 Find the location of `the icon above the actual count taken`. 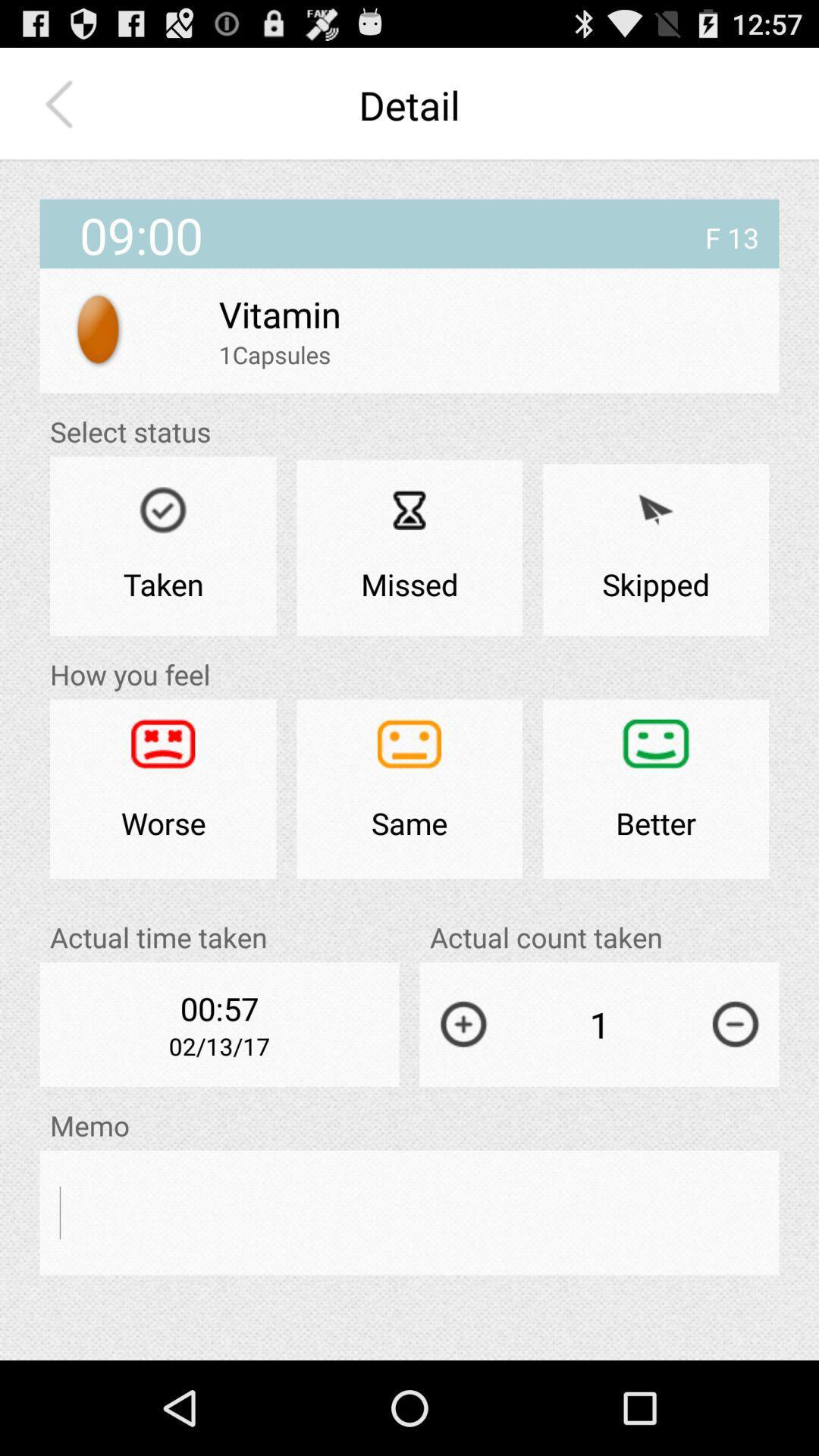

the icon above the actual count taken is located at coordinates (655, 789).